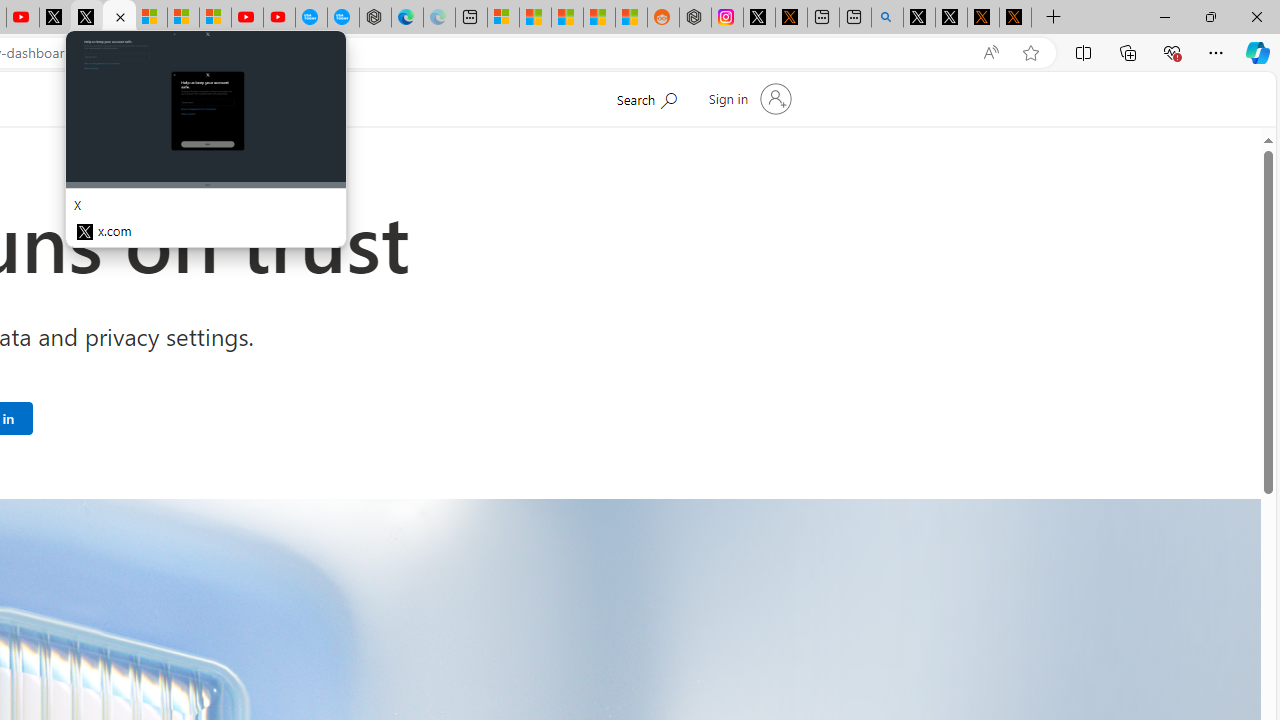  What do you see at coordinates (646, 97) in the screenshot?
I see `'Search Microsoft.com'` at bounding box center [646, 97].